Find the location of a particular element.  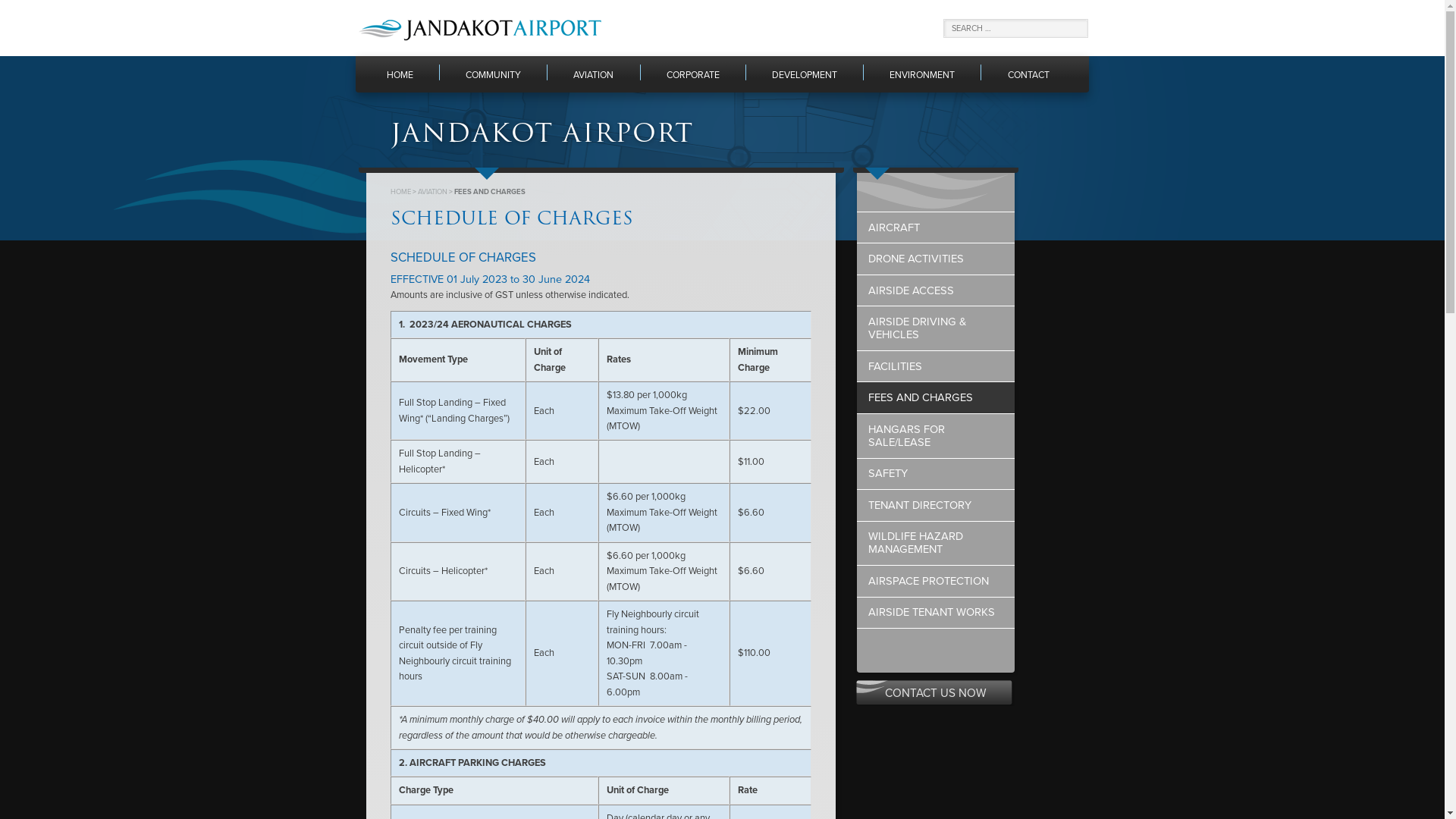

'AIRSIDE DRIVING & VEHICLES' is located at coordinates (934, 327).